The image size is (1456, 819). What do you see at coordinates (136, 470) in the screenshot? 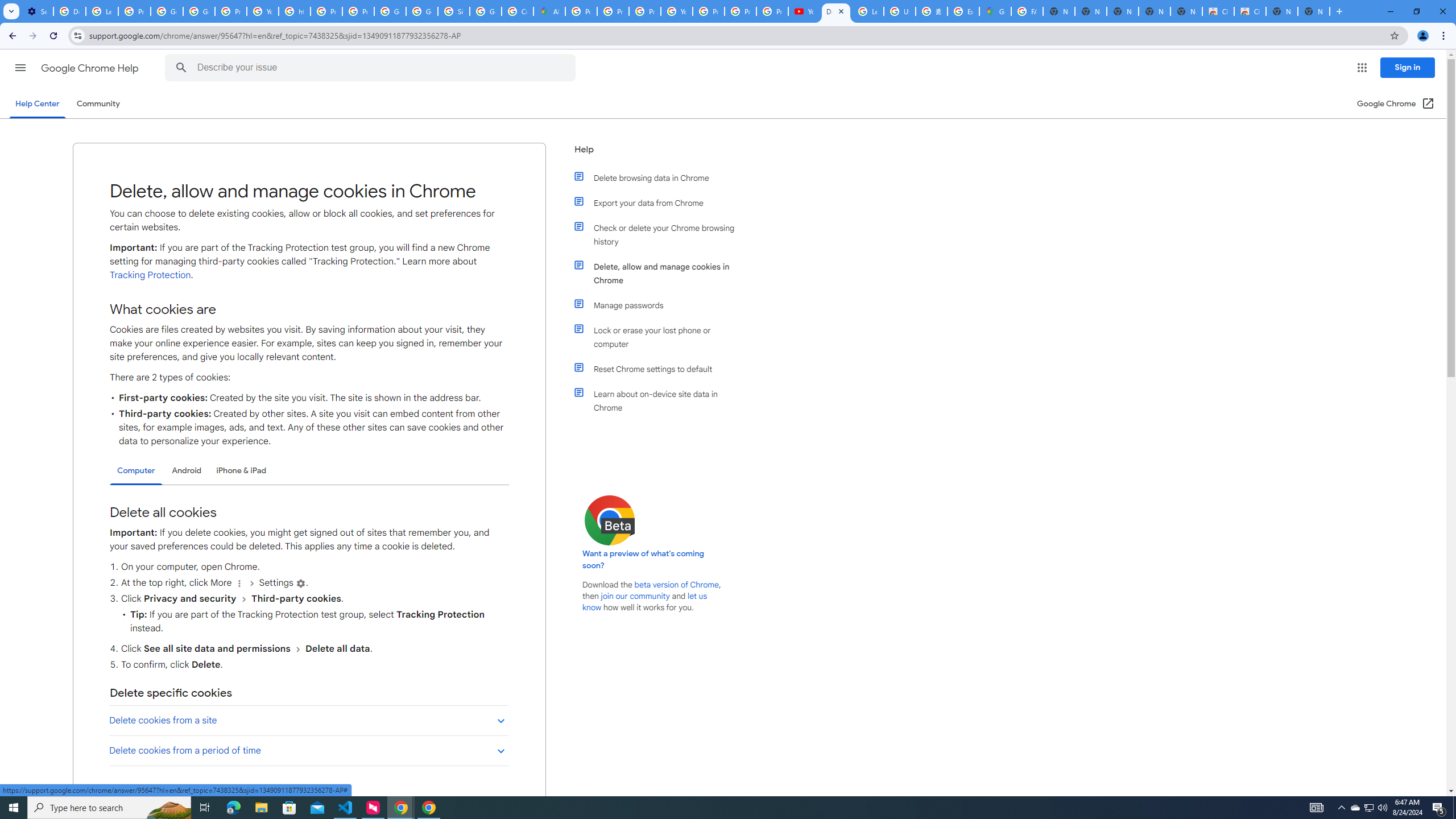
I see `'Computer'` at bounding box center [136, 470].